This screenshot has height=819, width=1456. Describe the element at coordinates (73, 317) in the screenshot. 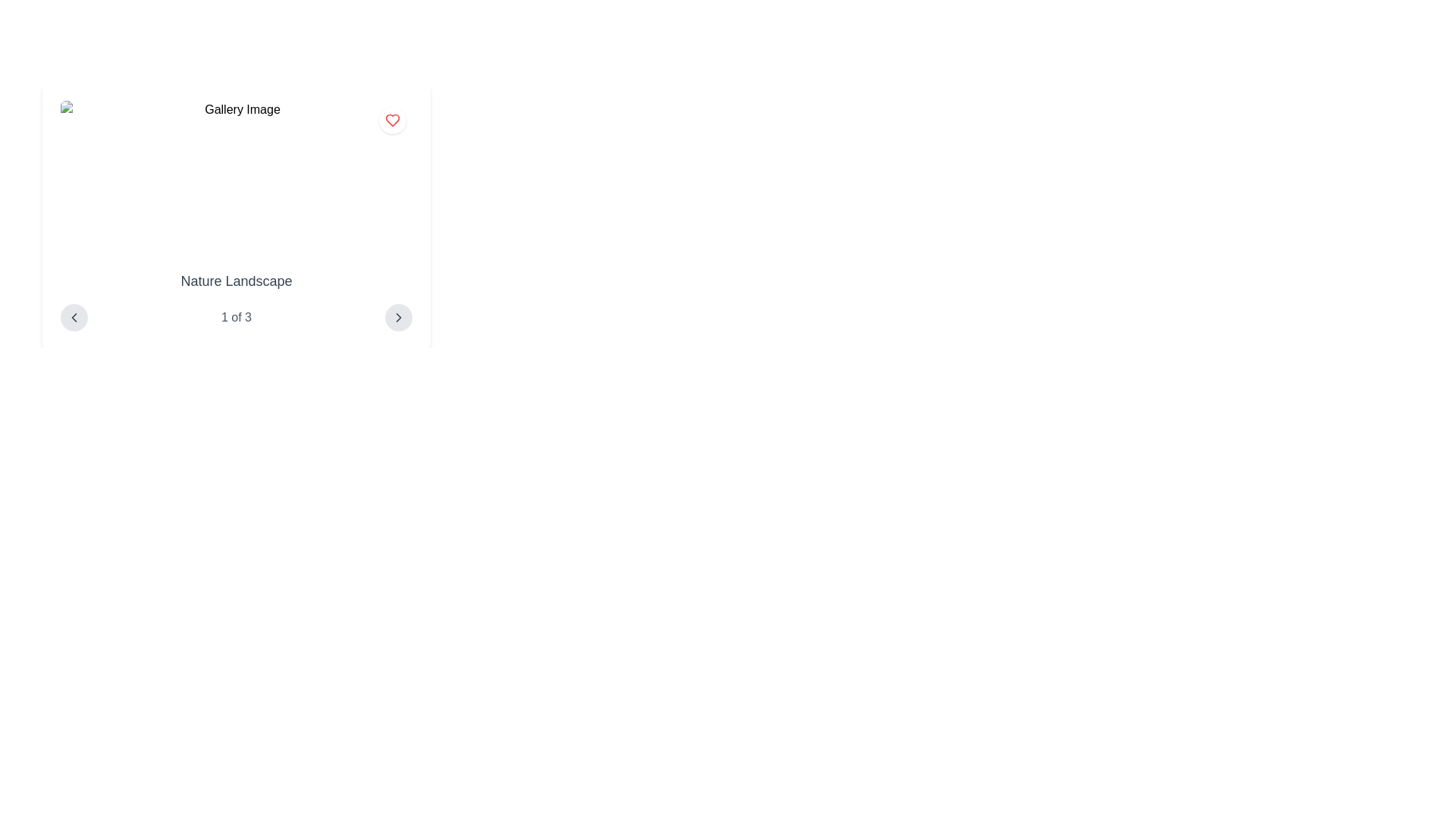

I see `the chevron arrow graphic inside the SVG element` at that location.